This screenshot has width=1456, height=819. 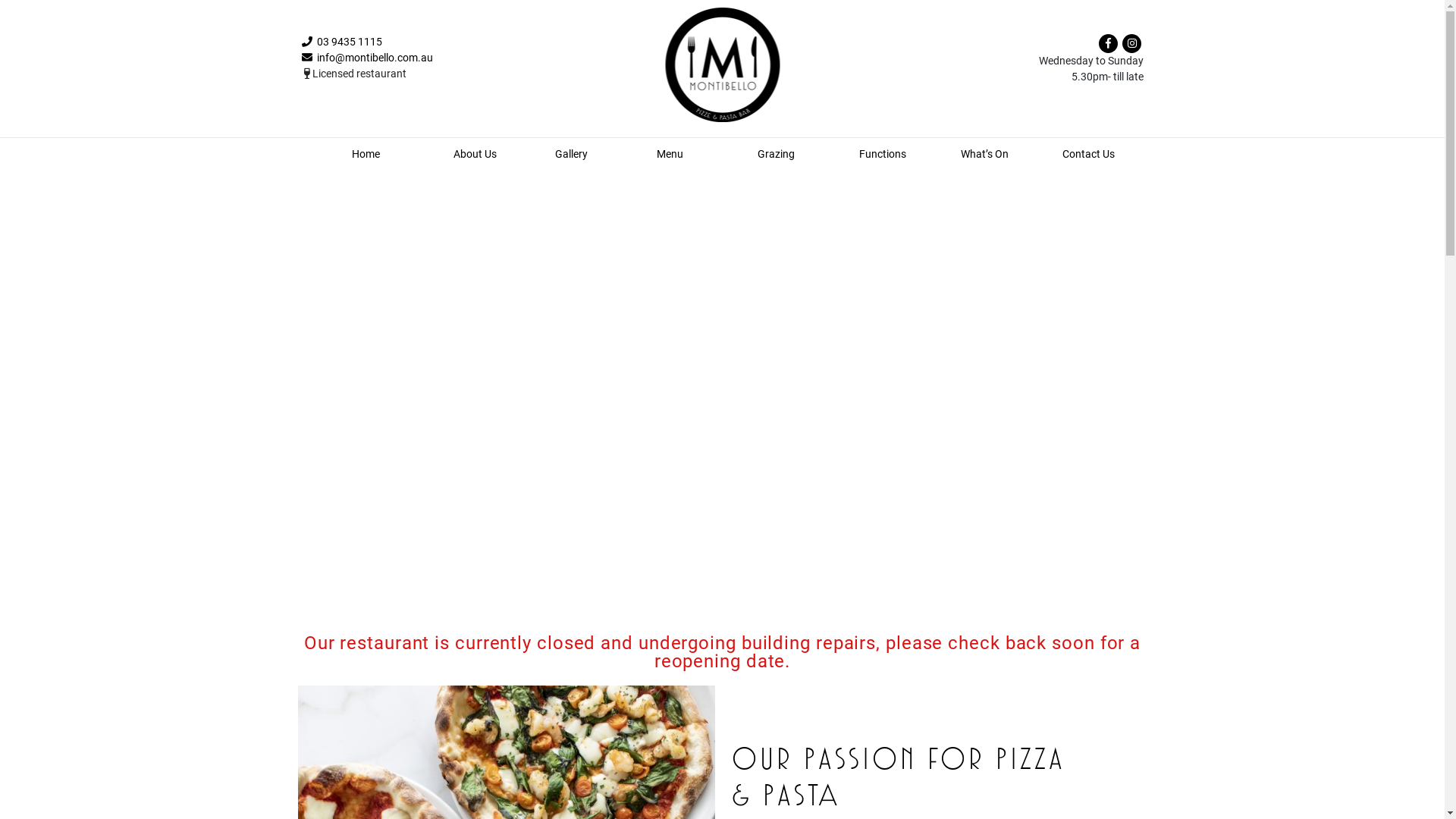 I want to click on 'Contact Us', so click(x=1087, y=154).